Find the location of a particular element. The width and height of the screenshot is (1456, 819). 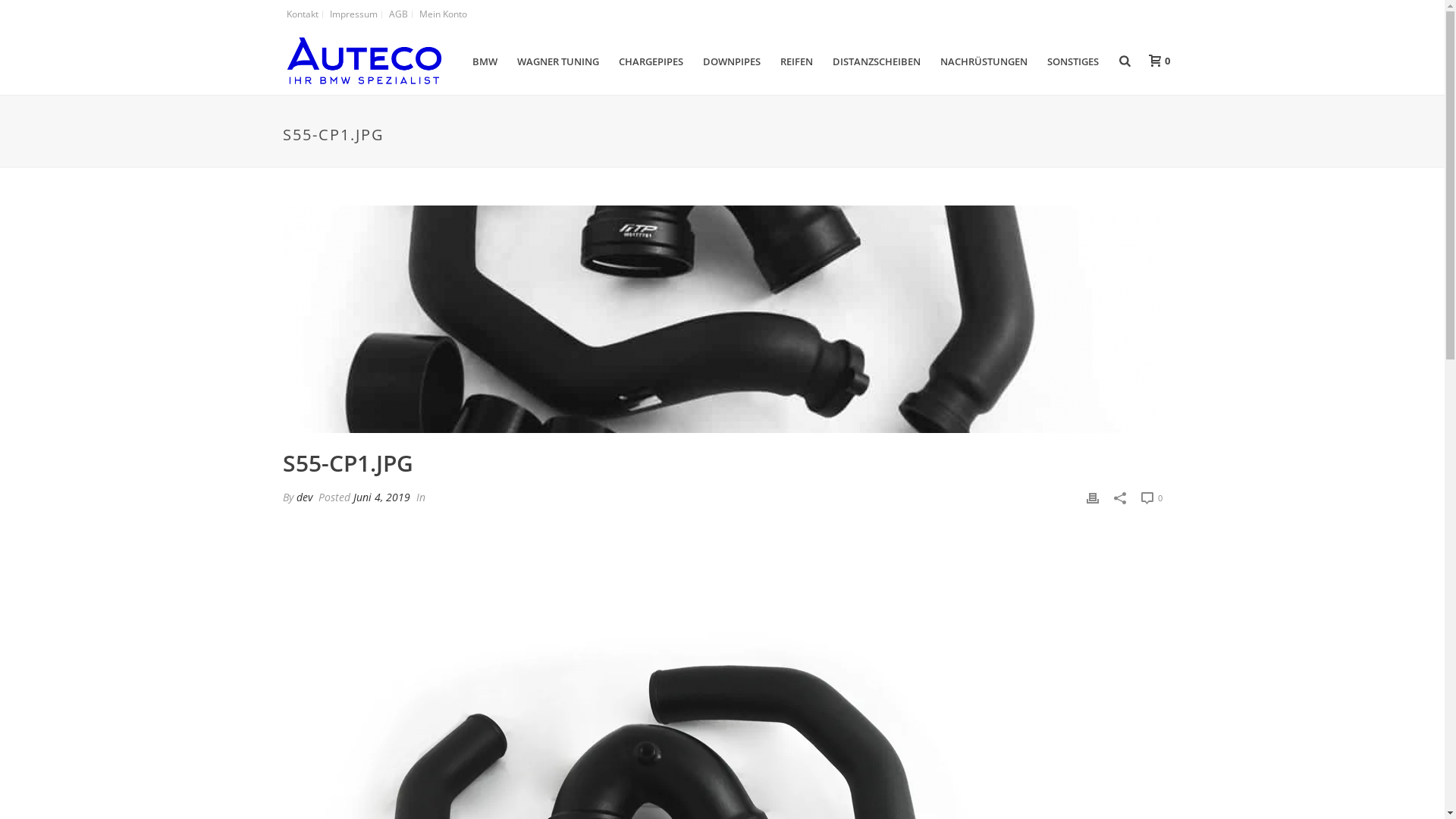

'AGB' is located at coordinates (399, 14).